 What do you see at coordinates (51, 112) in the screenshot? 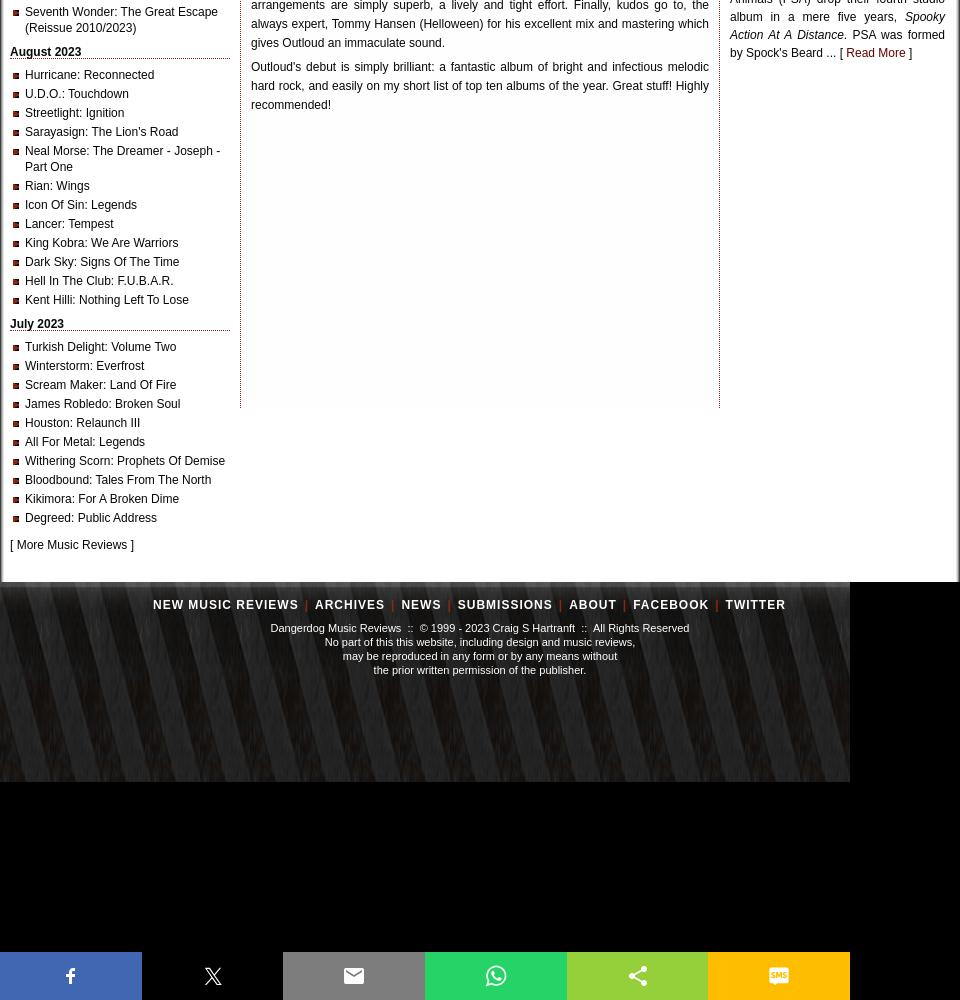
I see `'Streetlight'` at bounding box center [51, 112].